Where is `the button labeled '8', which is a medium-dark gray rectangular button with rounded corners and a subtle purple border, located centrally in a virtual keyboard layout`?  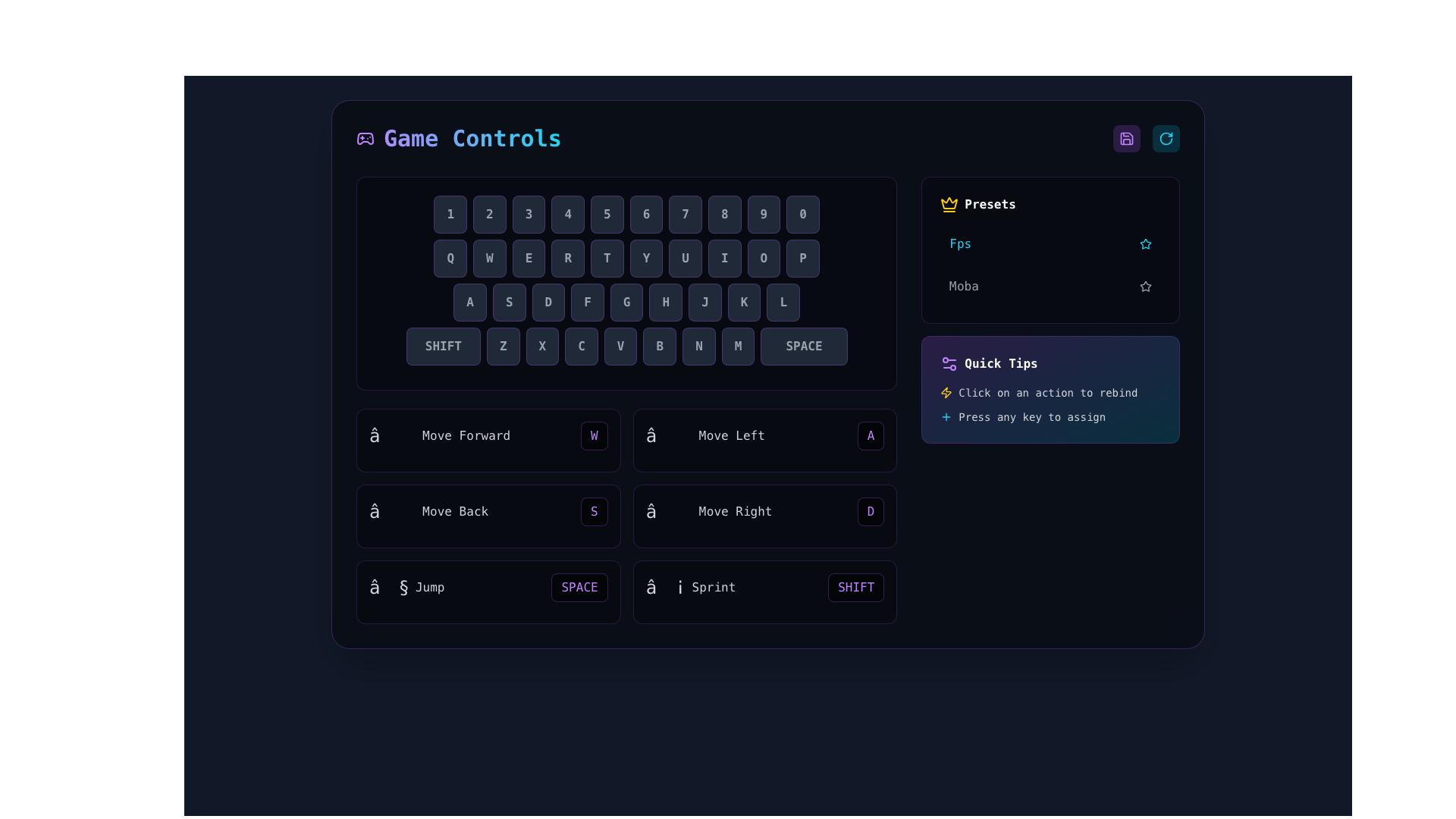
the button labeled '8', which is a medium-dark gray rectangular button with rounded corners and a subtle purple border, located centrally in a virtual keyboard layout is located at coordinates (723, 214).